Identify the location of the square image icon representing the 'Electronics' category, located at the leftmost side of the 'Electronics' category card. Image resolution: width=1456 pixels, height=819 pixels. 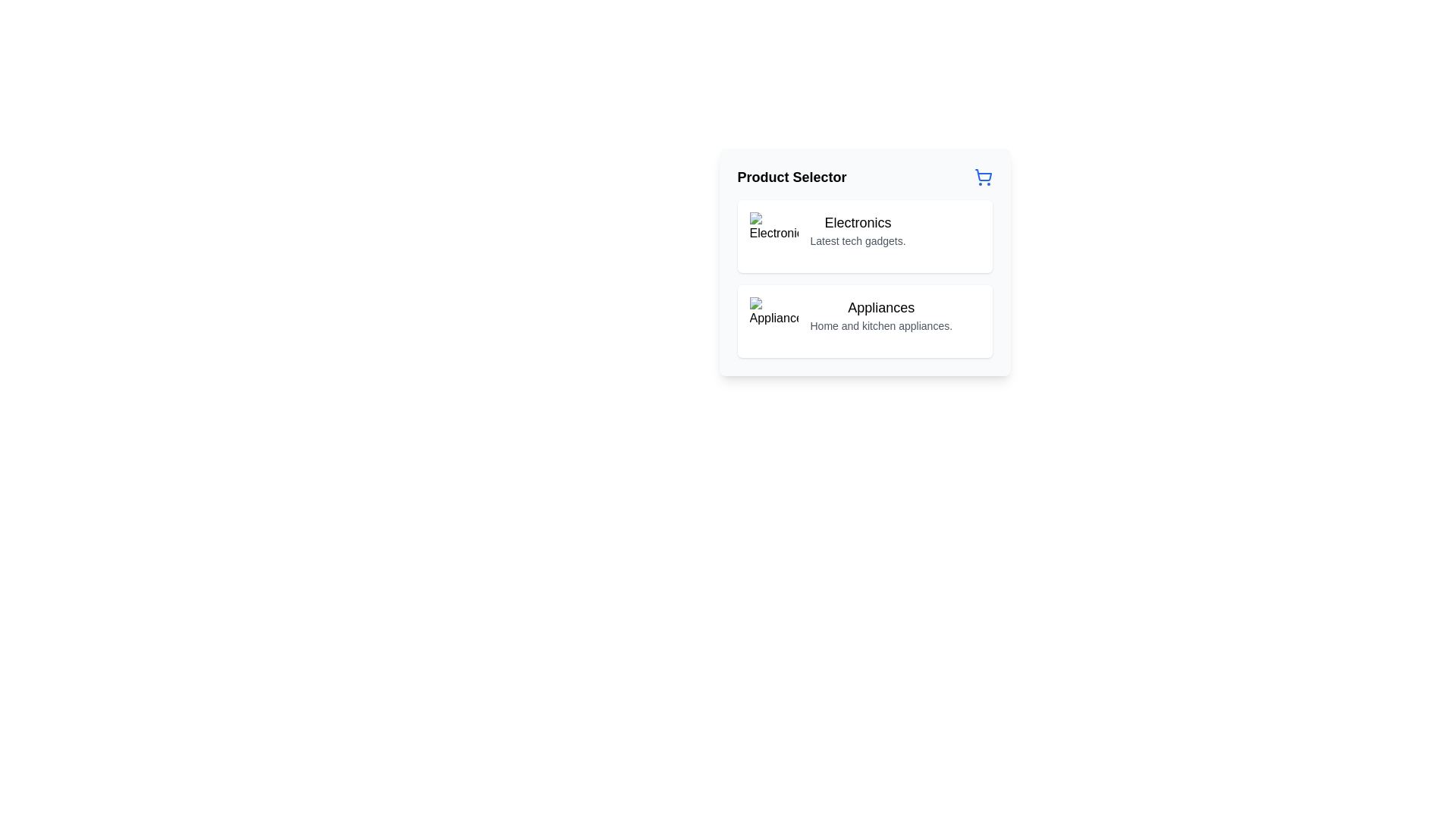
(773, 237).